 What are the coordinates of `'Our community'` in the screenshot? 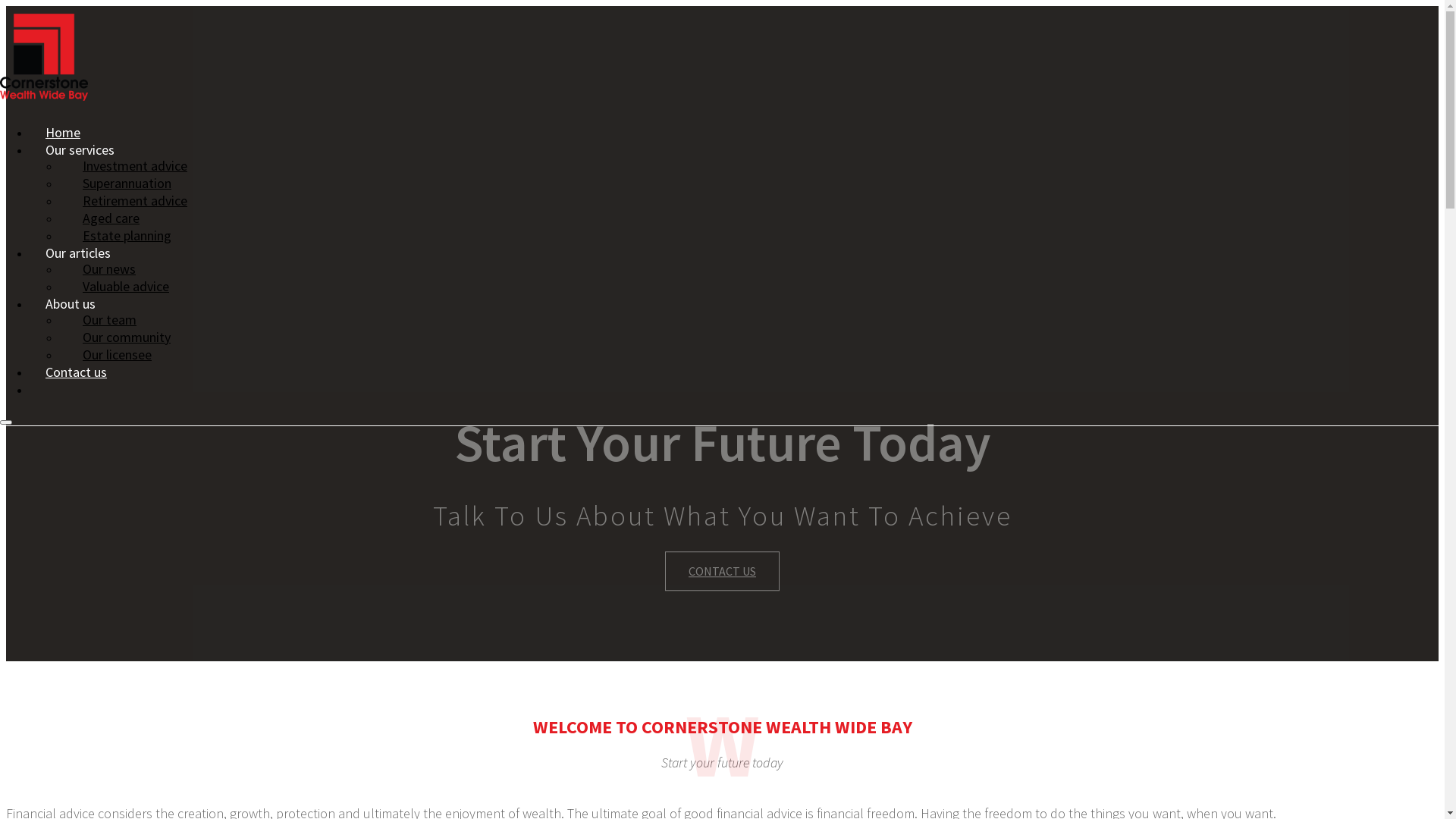 It's located at (127, 336).